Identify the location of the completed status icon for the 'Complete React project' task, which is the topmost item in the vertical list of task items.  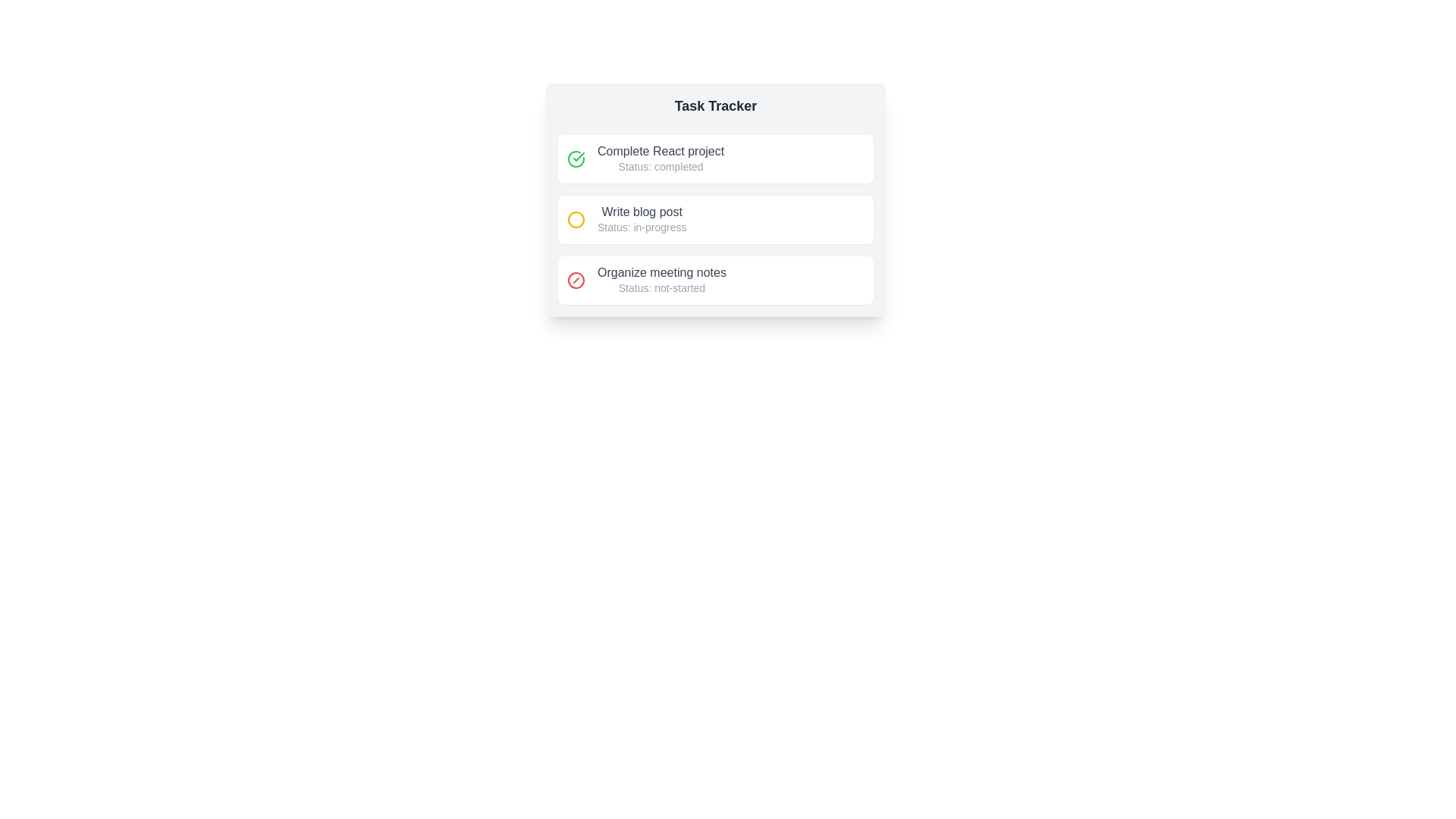
(575, 158).